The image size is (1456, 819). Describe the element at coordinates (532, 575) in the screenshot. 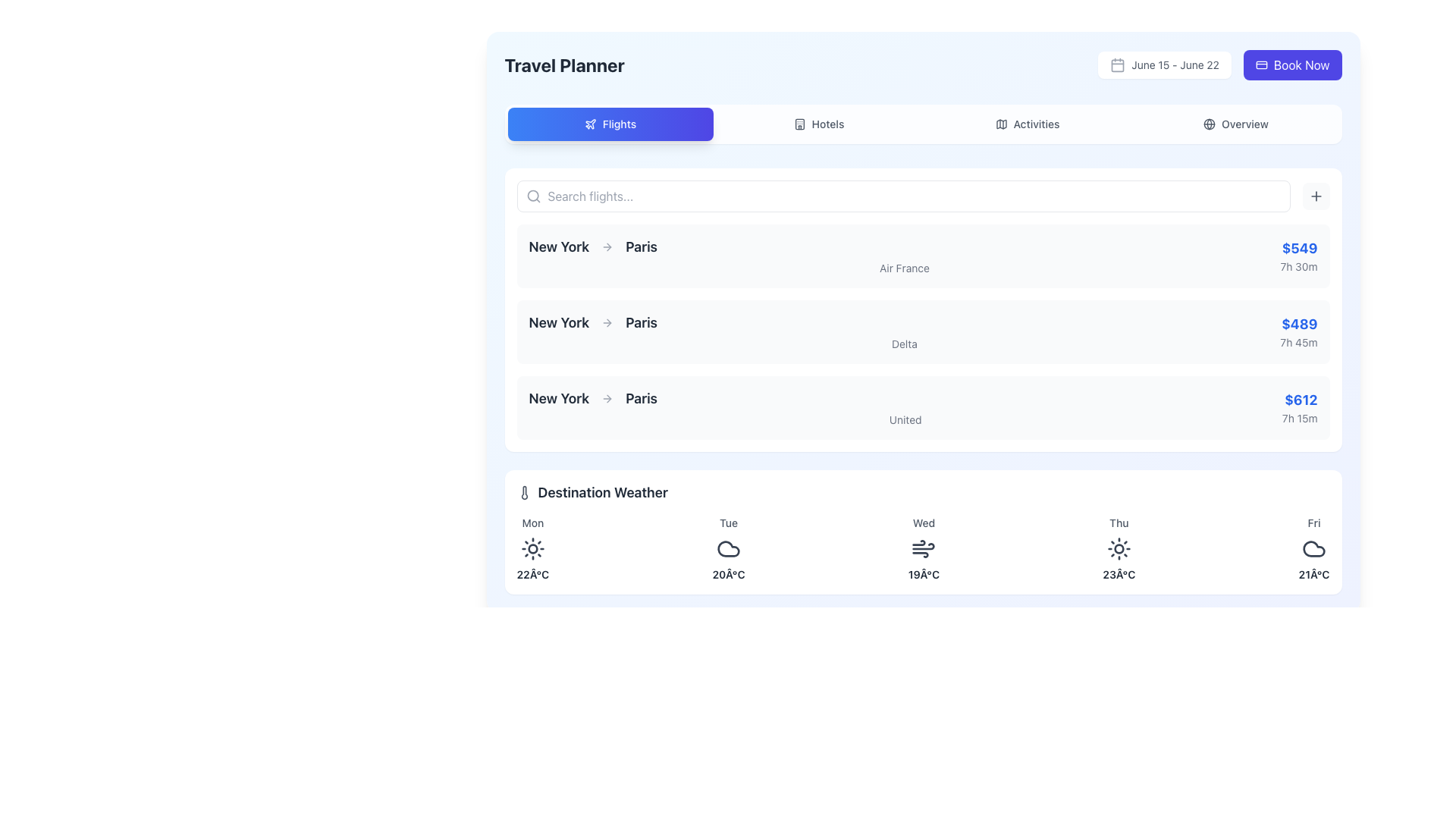

I see `the static text indicating the forecasted temperature for 'Mon.' in the 'Destination Weather' section, located below the sunny weather icon` at that location.